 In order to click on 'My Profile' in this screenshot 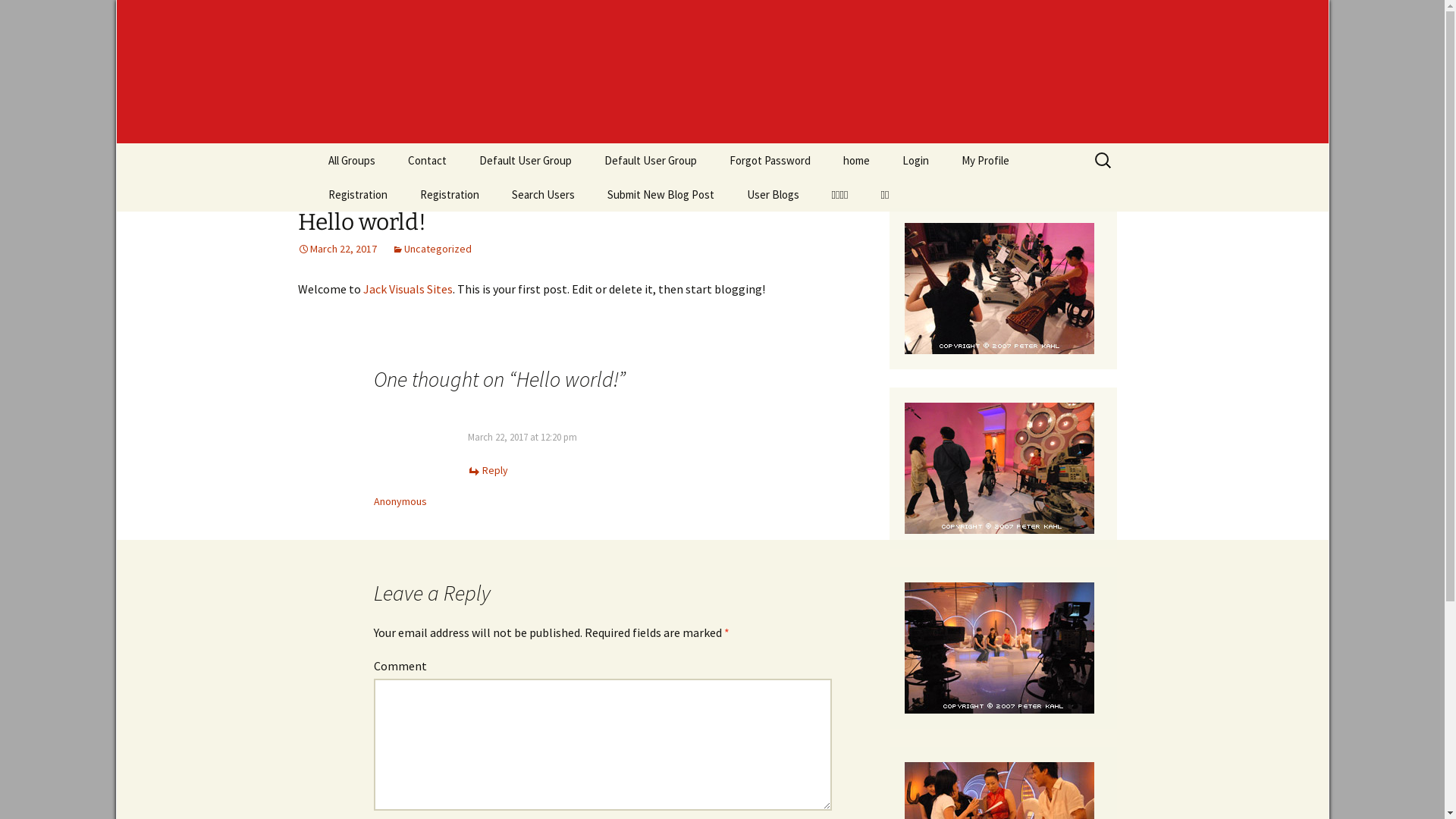, I will do `click(985, 160)`.